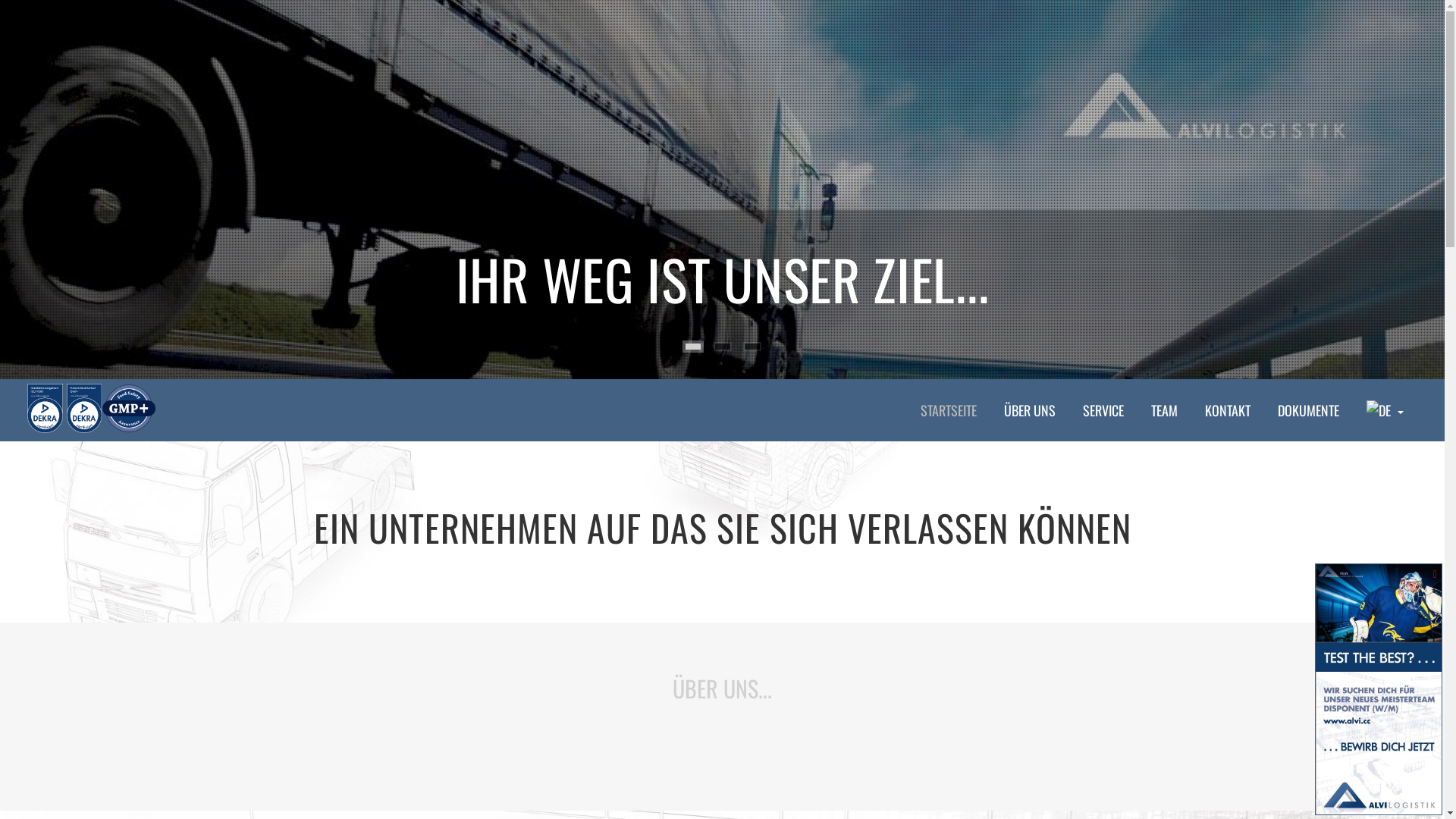  I want to click on 'Deutsch', so click(1366, 409).